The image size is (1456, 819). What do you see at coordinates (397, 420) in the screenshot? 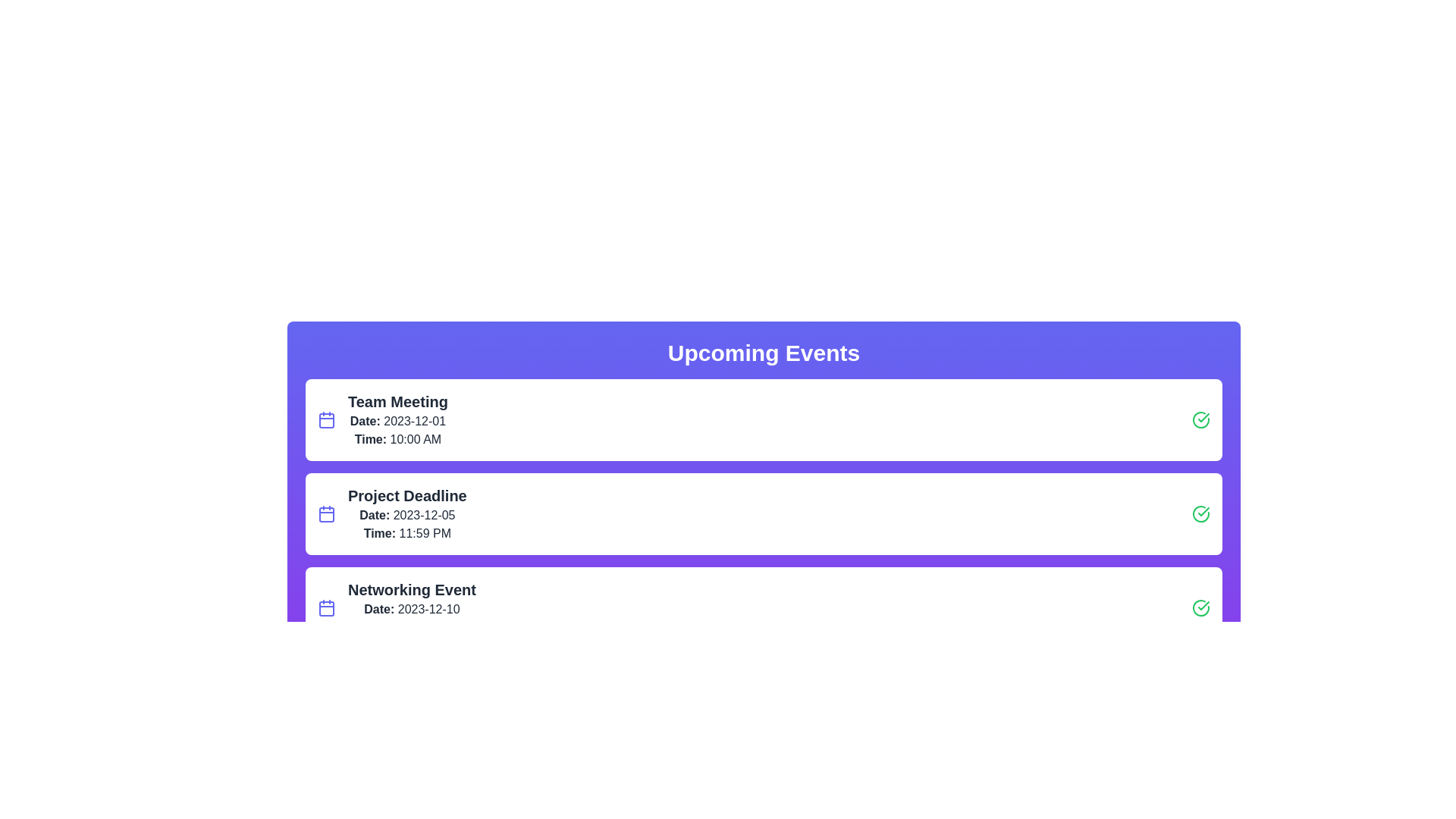
I see `the static informational text block displaying 'Team Meeting', which includes the date and time details` at bounding box center [397, 420].